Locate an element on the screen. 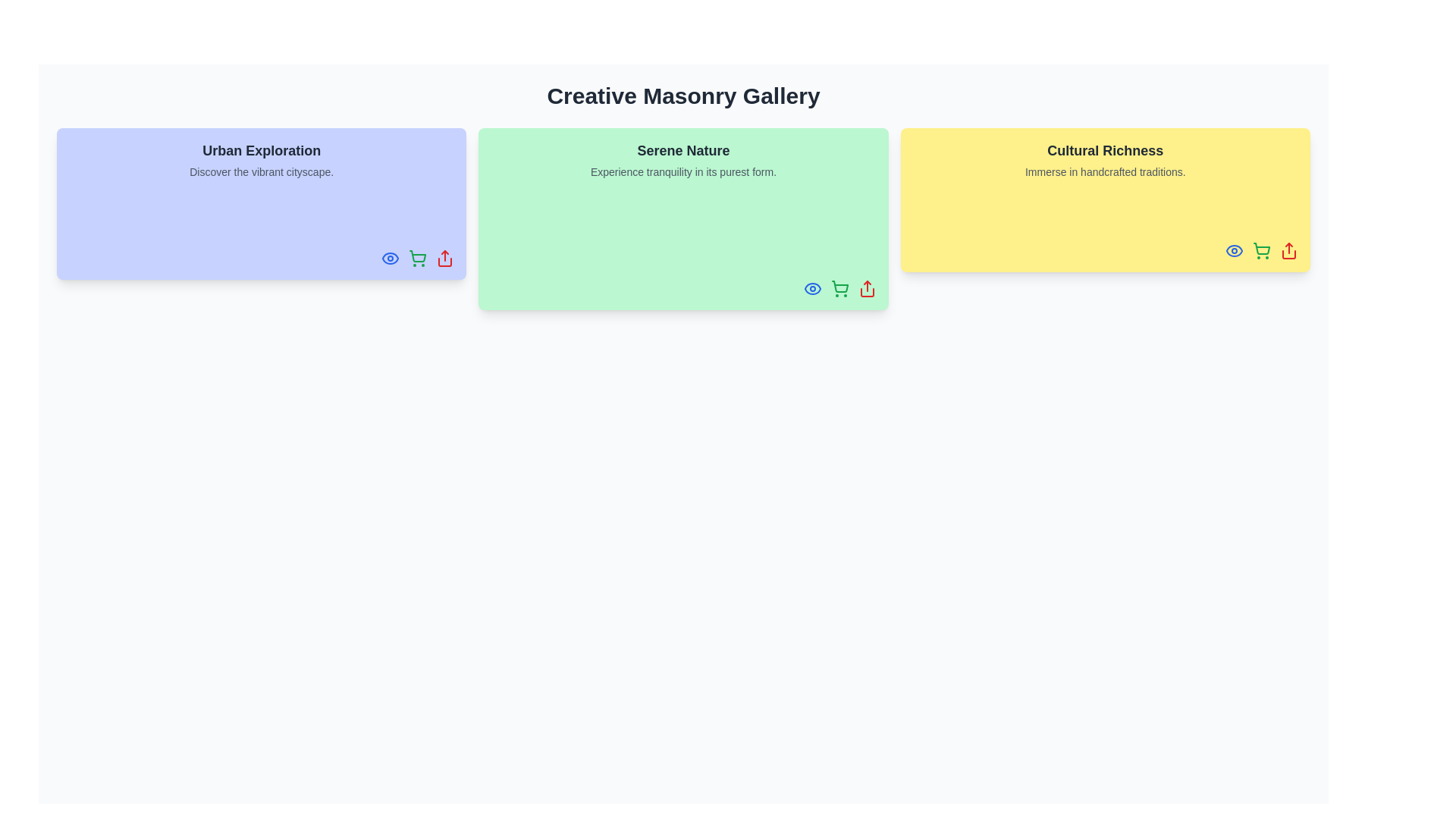  the interactive button located in the bottom-right corner of the 'Urban Exploration' card is located at coordinates (418, 257).